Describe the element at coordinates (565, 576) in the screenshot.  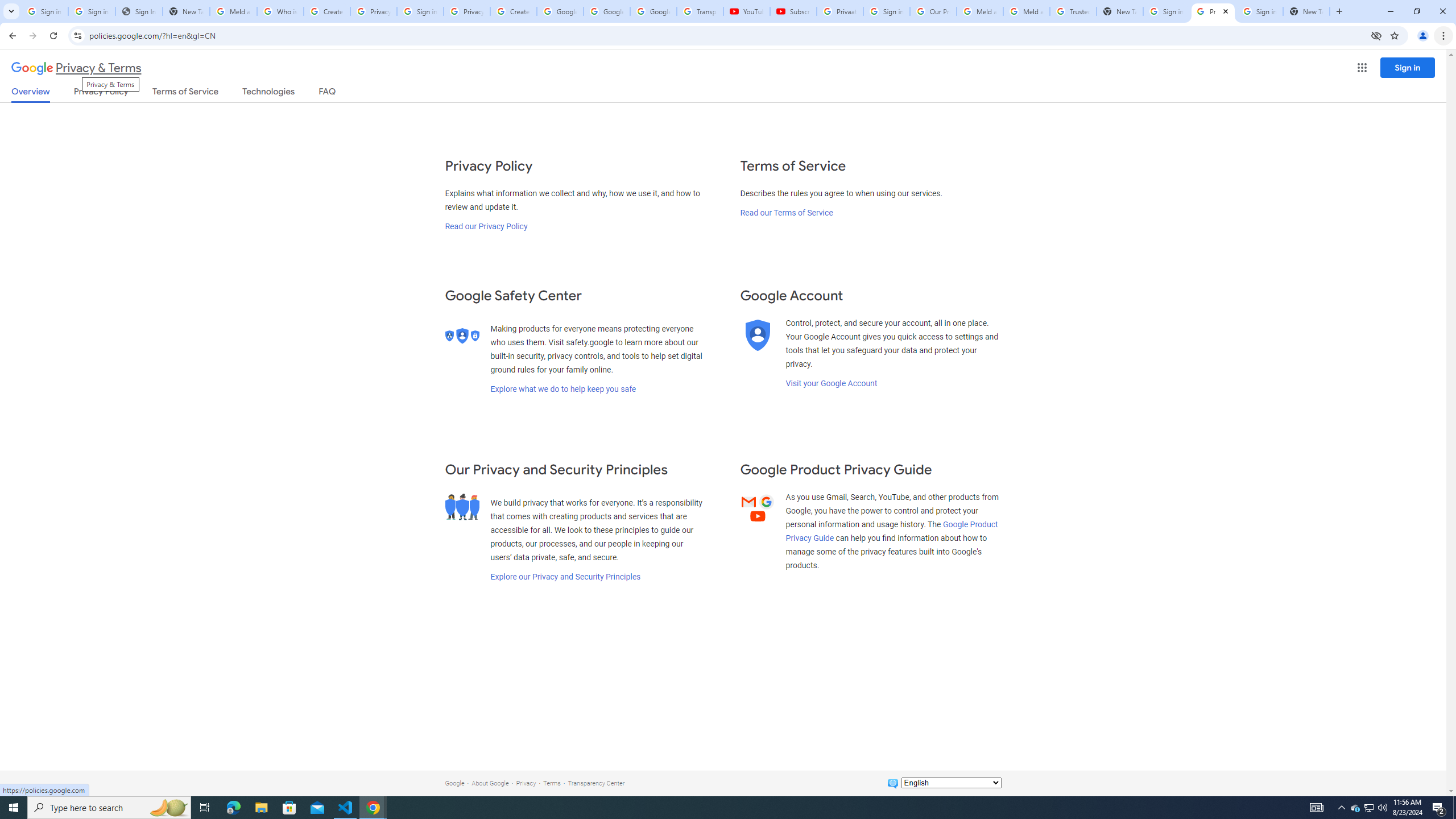
I see `'Explore our Privacy and Security Principles'` at that location.